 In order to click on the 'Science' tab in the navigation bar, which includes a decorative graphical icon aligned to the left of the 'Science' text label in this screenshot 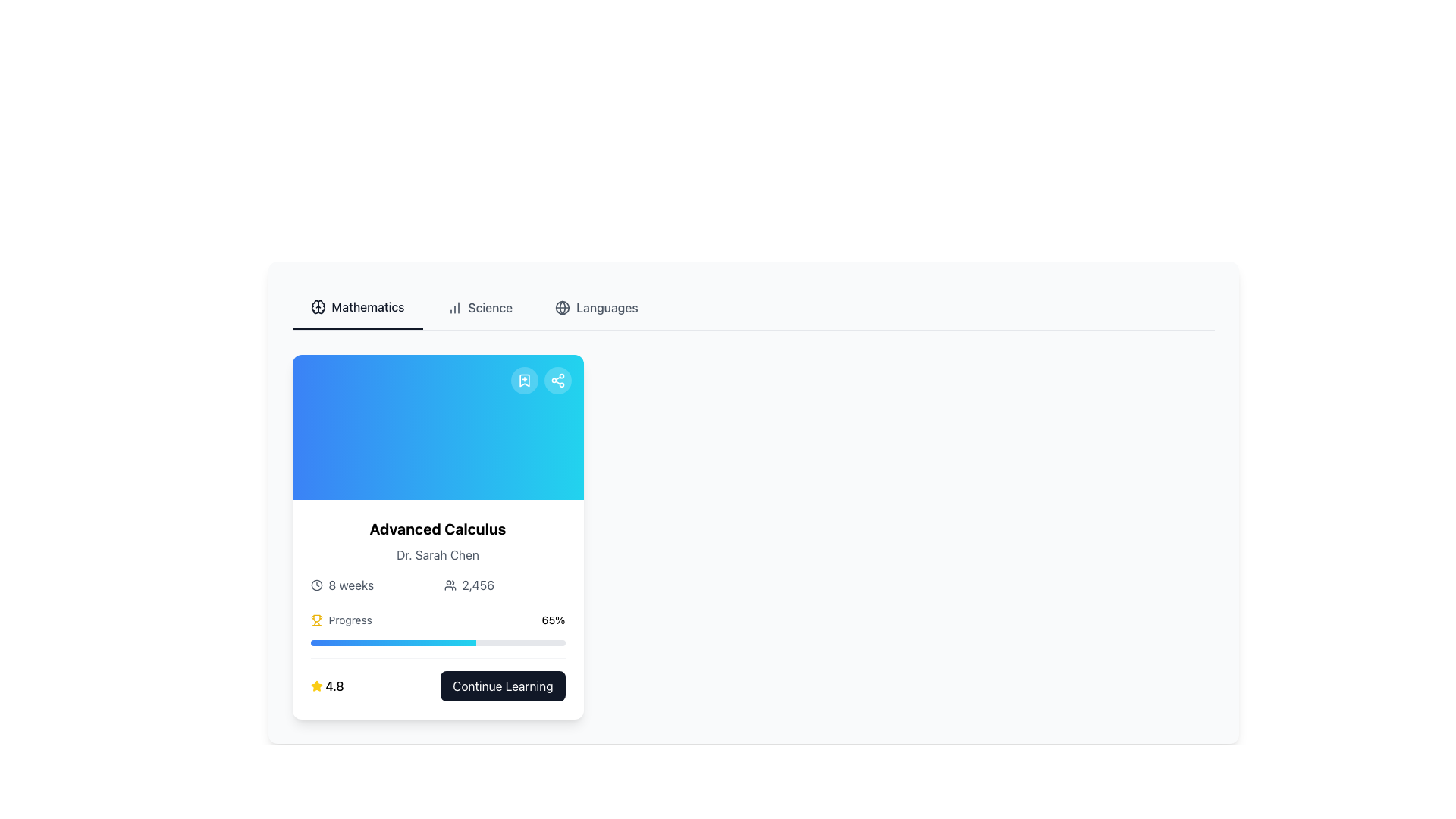, I will do `click(453, 307)`.